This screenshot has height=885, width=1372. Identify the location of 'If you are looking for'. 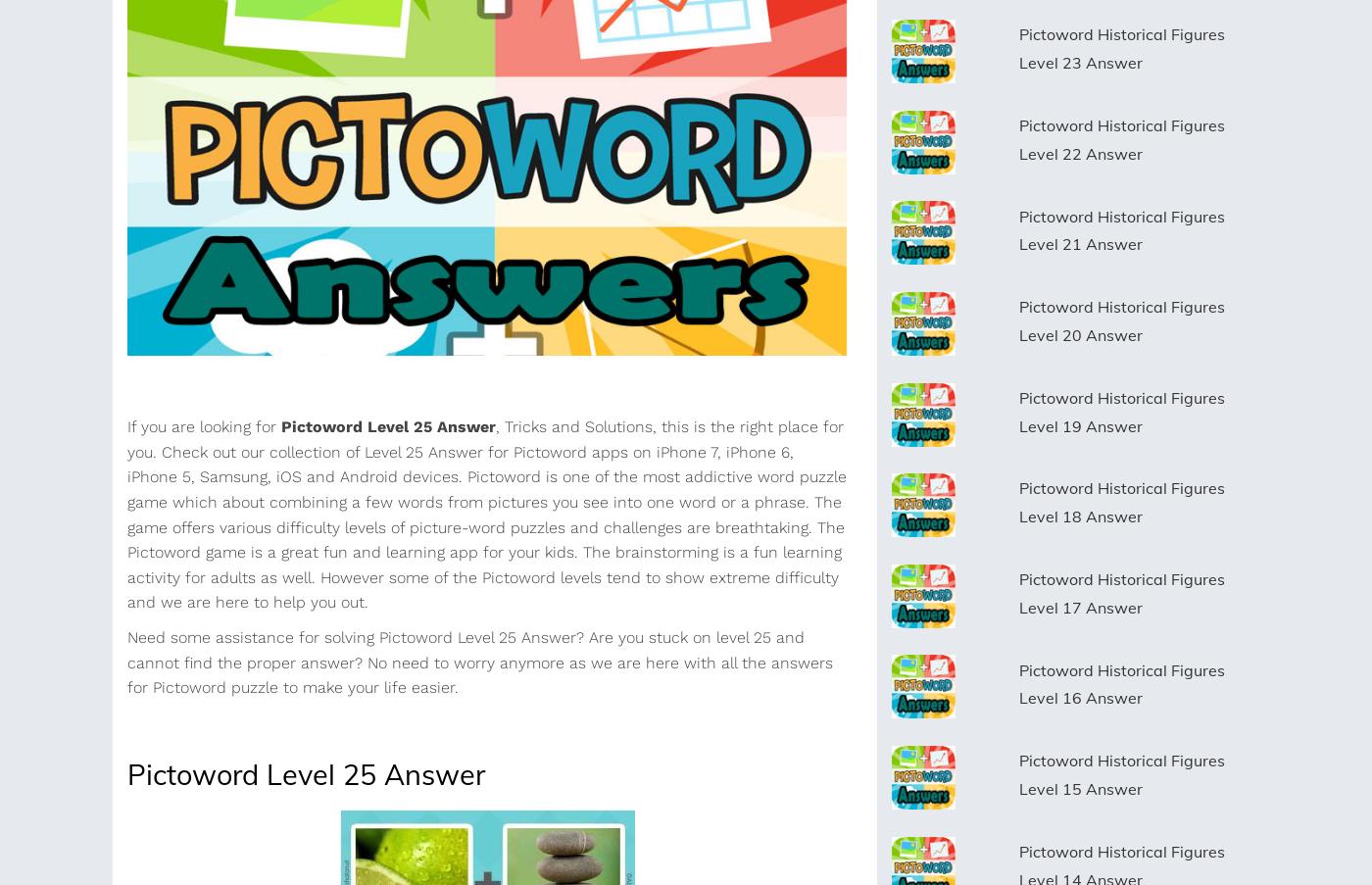
(204, 425).